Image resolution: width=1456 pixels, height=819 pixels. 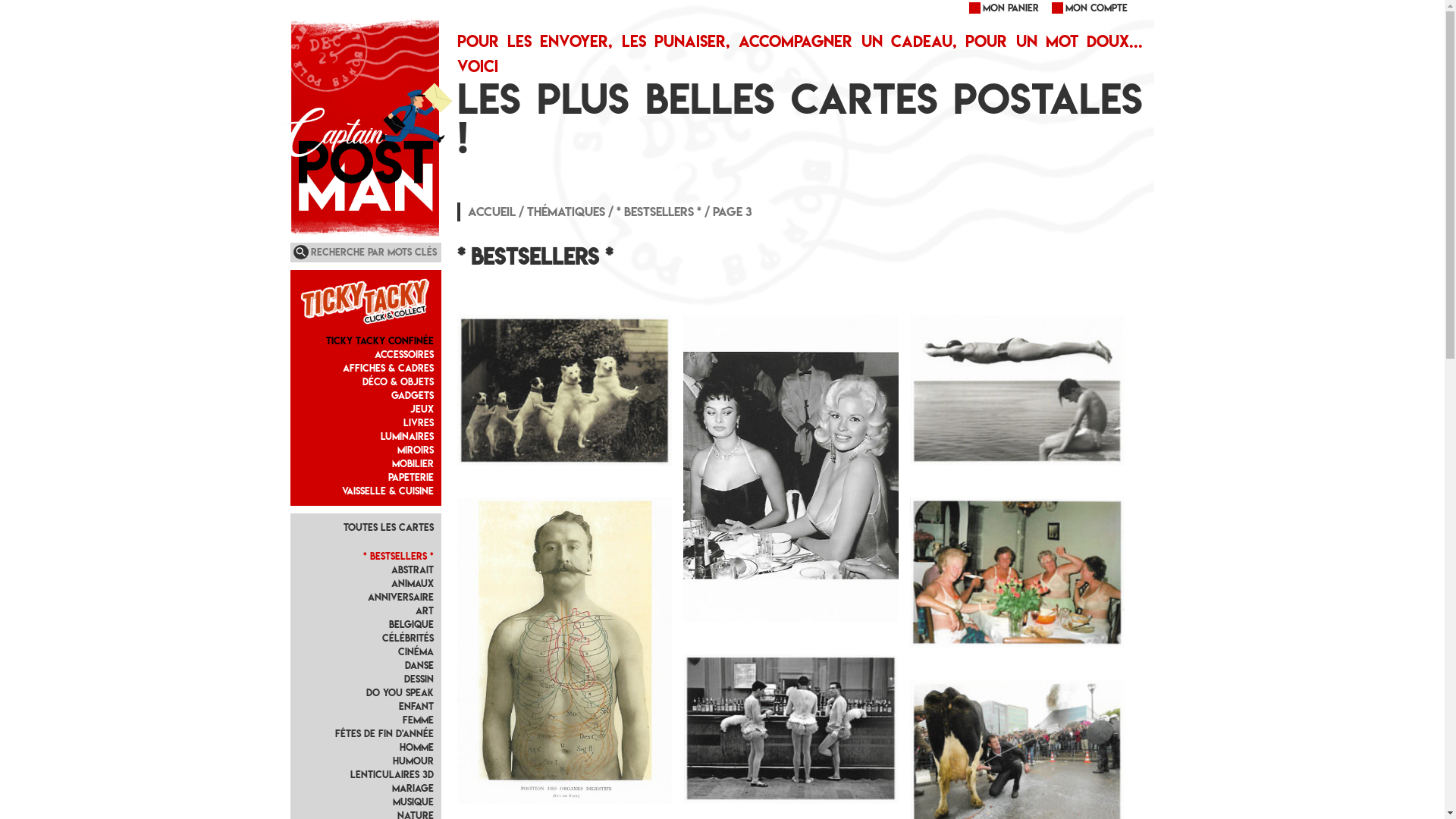 I want to click on 'Jeux', so click(x=422, y=408).